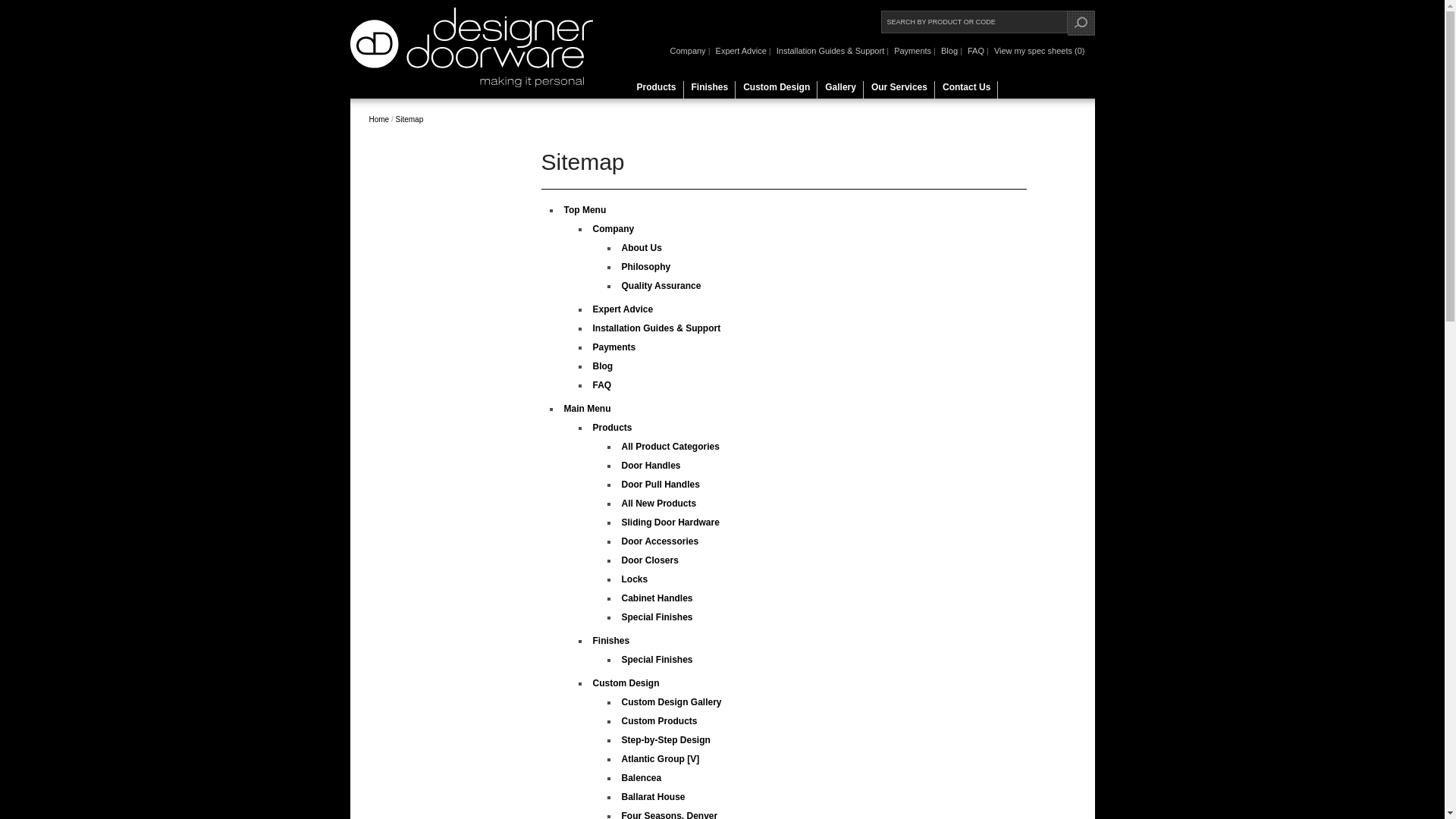 The height and width of the screenshot is (819, 1456). What do you see at coordinates (670, 522) in the screenshot?
I see `'Sliding Door Hardware'` at bounding box center [670, 522].